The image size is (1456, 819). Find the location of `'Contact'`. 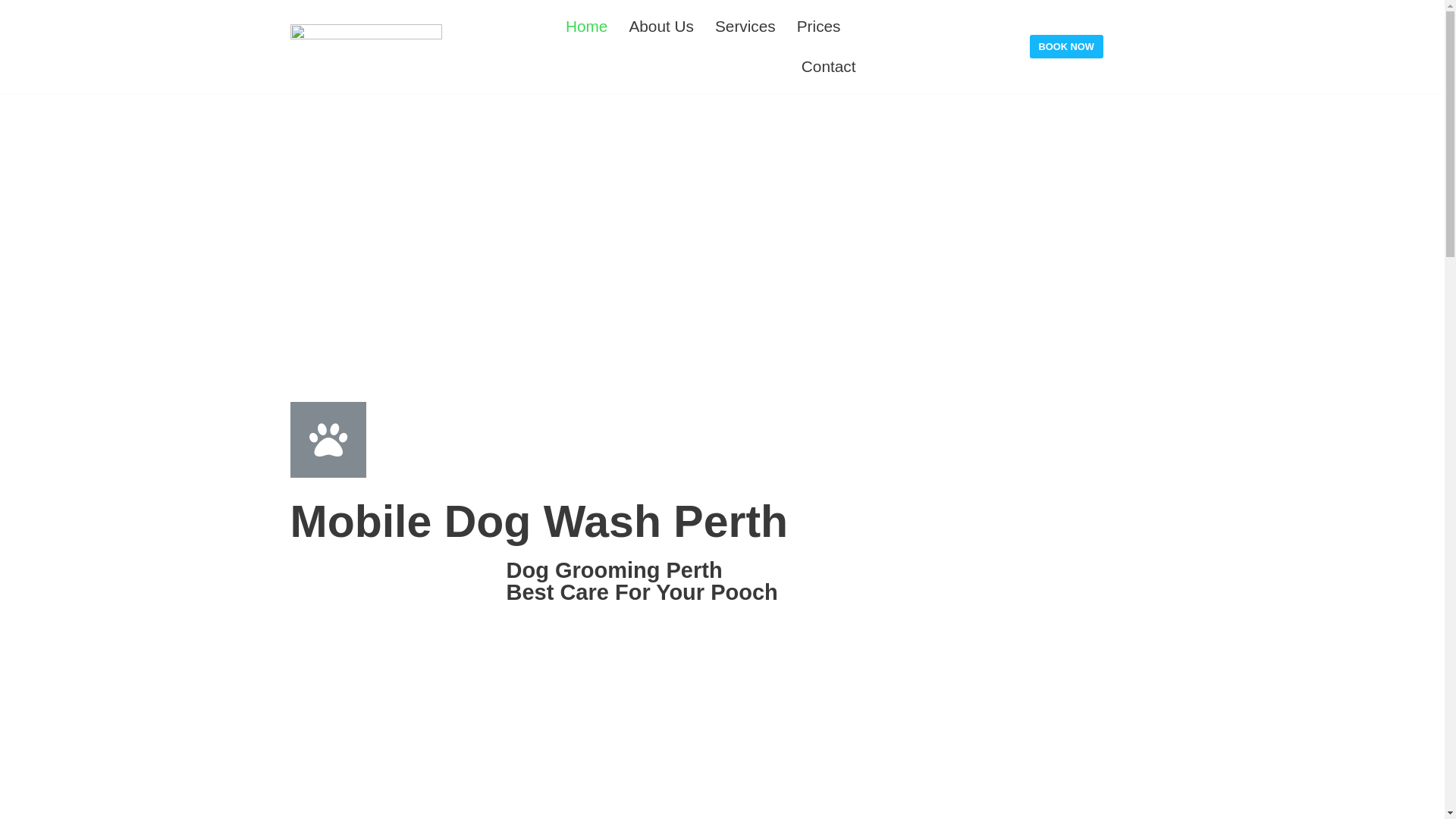

'Contact' is located at coordinates (828, 65).